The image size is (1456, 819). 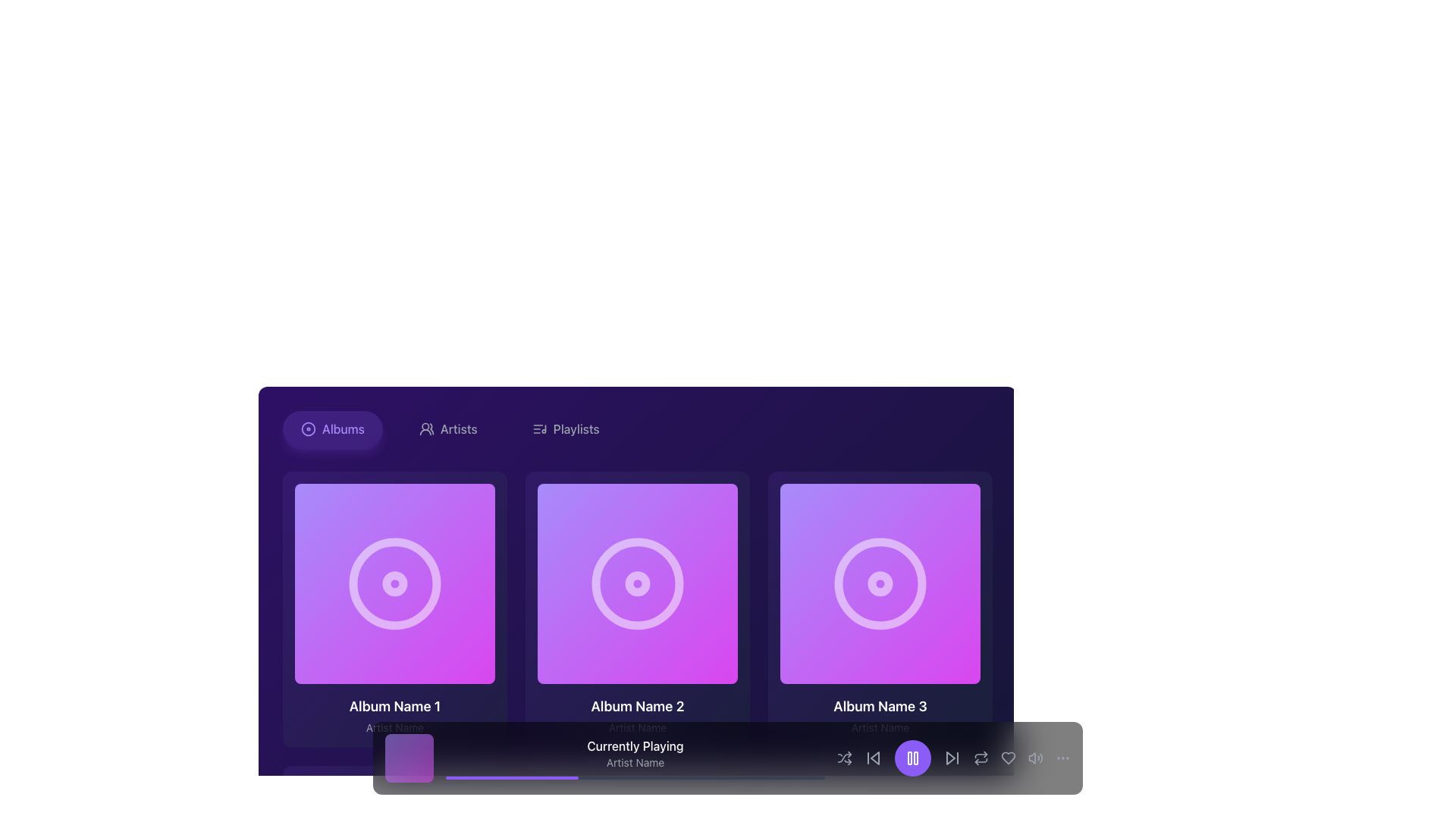 What do you see at coordinates (395, 583) in the screenshot?
I see `the circular 'play' icon with a triangle pointing to the right, located at the center of the album thumbnail for 'Album Name 1'` at bounding box center [395, 583].